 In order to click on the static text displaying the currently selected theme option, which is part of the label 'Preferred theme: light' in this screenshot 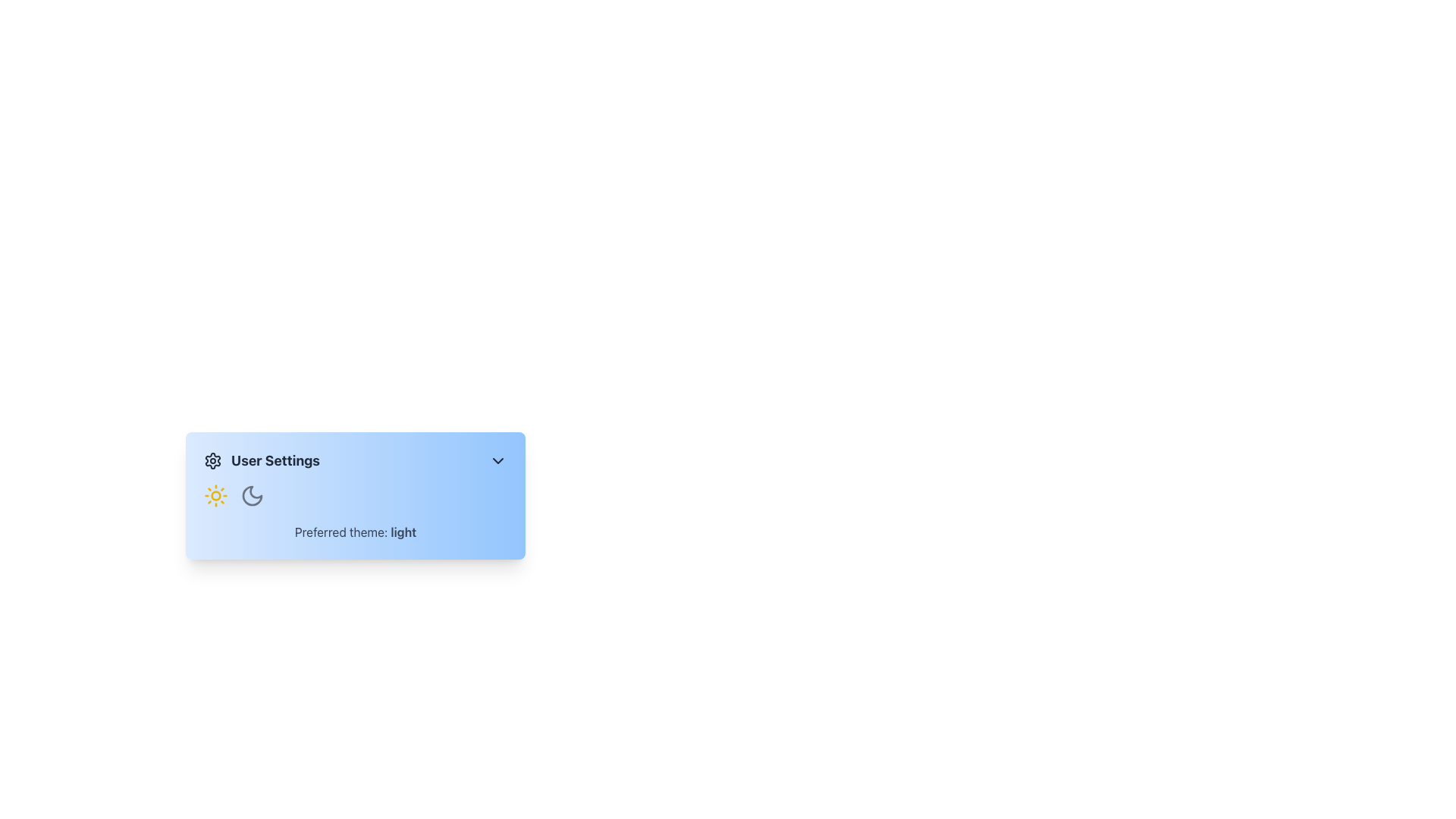, I will do `click(403, 532)`.